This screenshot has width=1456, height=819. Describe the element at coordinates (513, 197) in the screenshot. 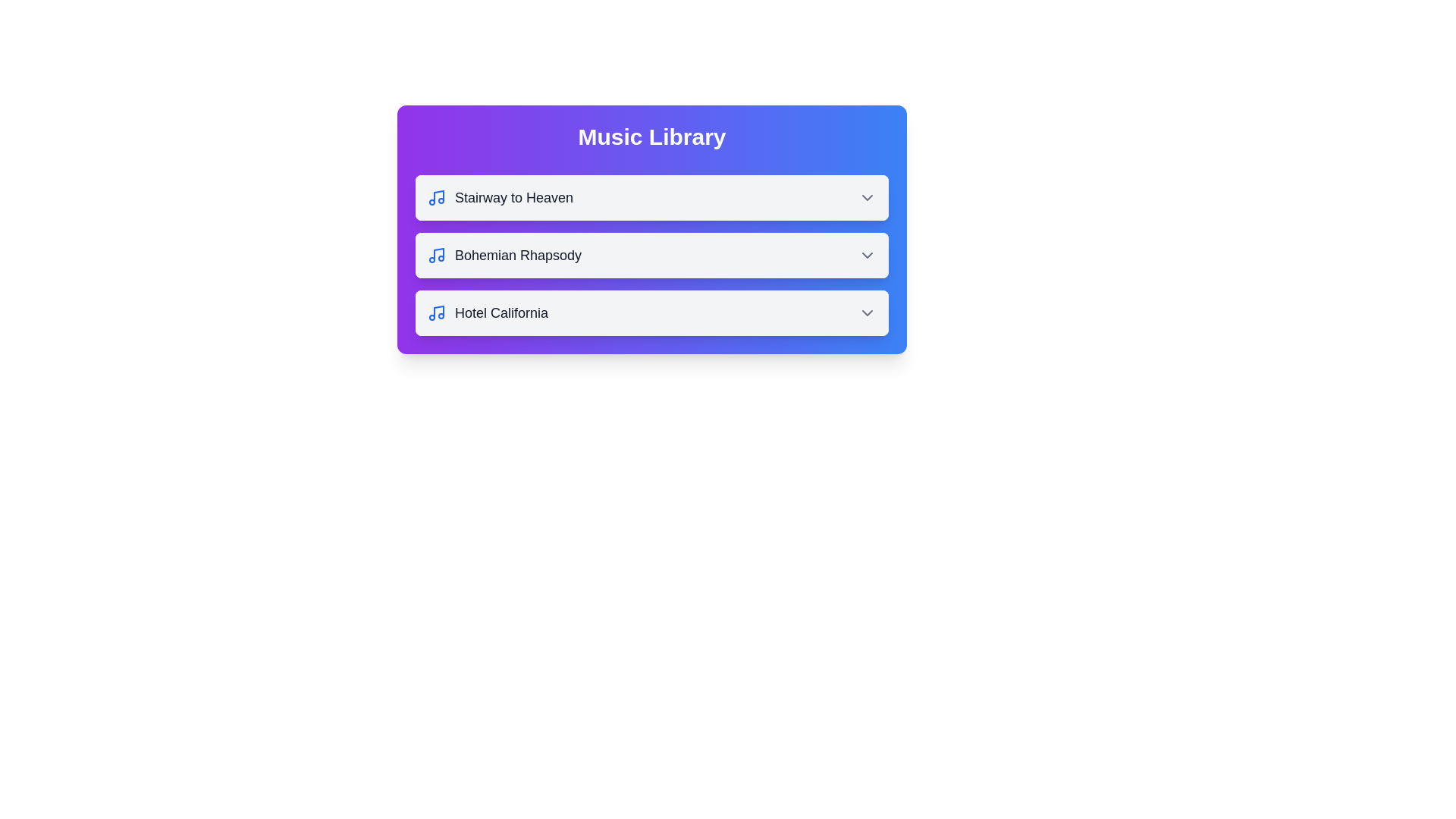

I see `the Text Label displaying 'Stairway to Heaven' in the Music Library section, which is located next to a blue musical note icon` at that location.